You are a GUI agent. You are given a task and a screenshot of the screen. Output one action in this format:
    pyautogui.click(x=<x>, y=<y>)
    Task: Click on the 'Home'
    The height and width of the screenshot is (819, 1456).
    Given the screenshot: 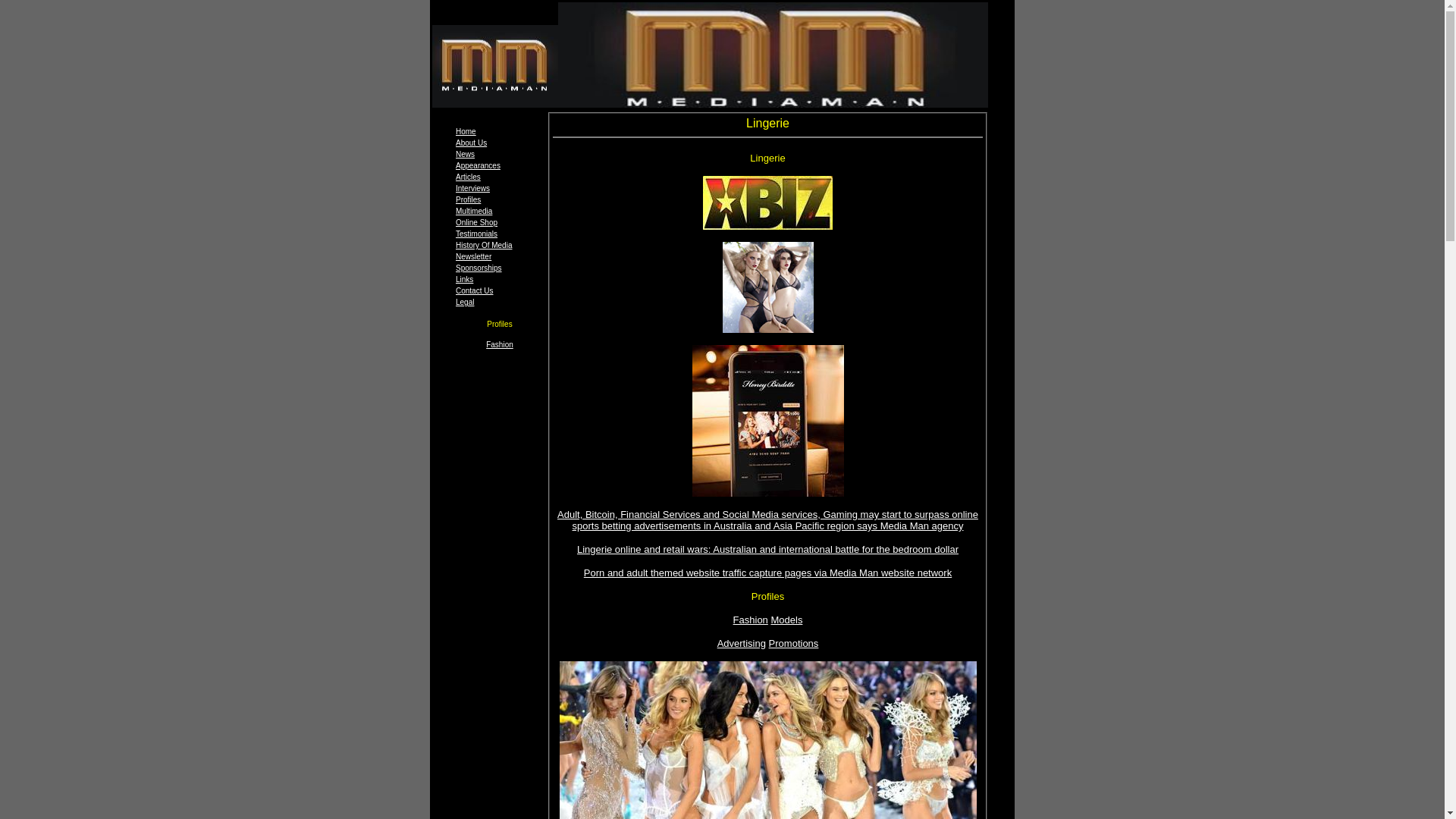 What is the action you would take?
    pyautogui.click(x=465, y=130)
    